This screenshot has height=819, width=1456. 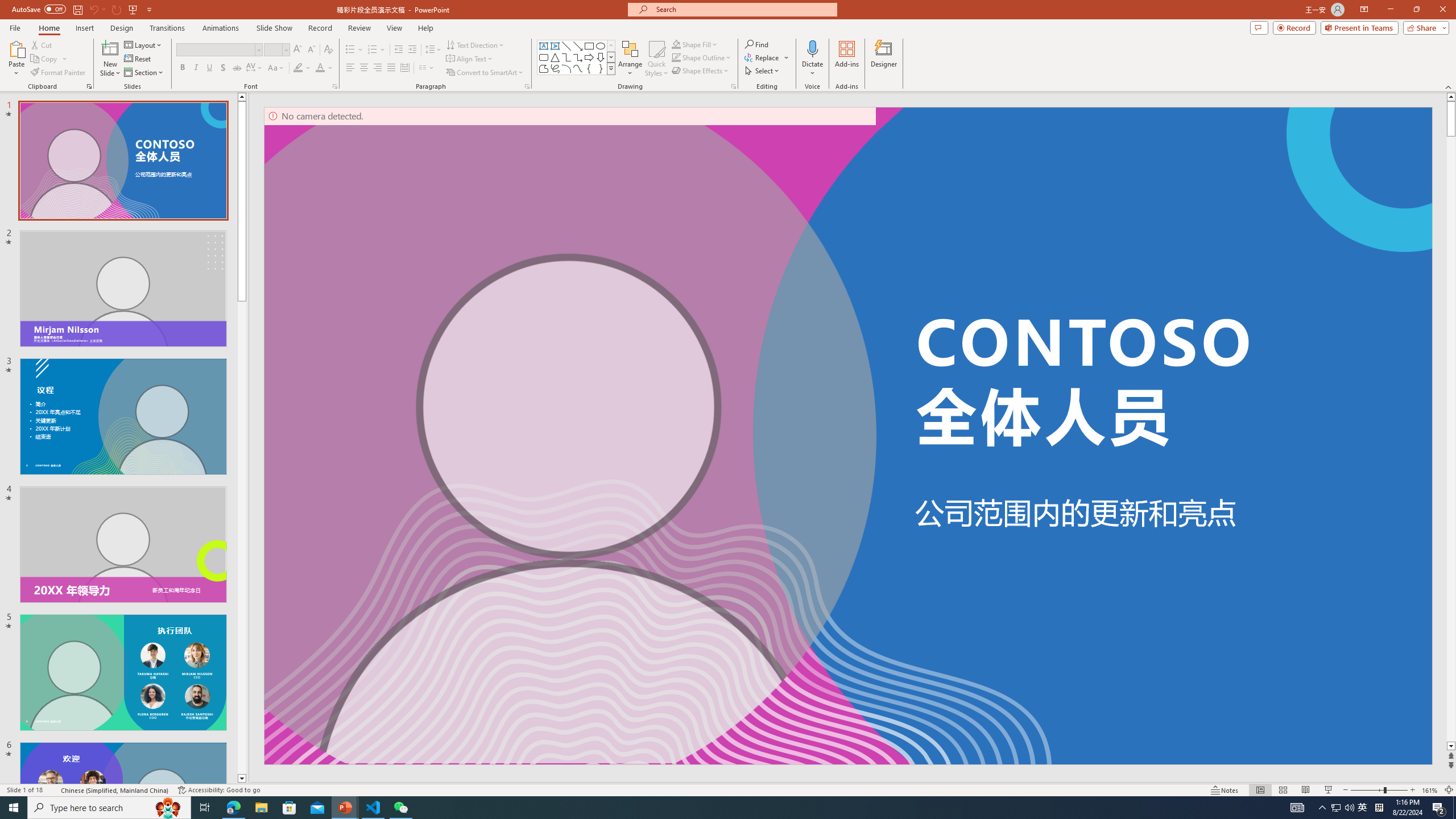 What do you see at coordinates (53, 790) in the screenshot?
I see `'Spell Check '` at bounding box center [53, 790].